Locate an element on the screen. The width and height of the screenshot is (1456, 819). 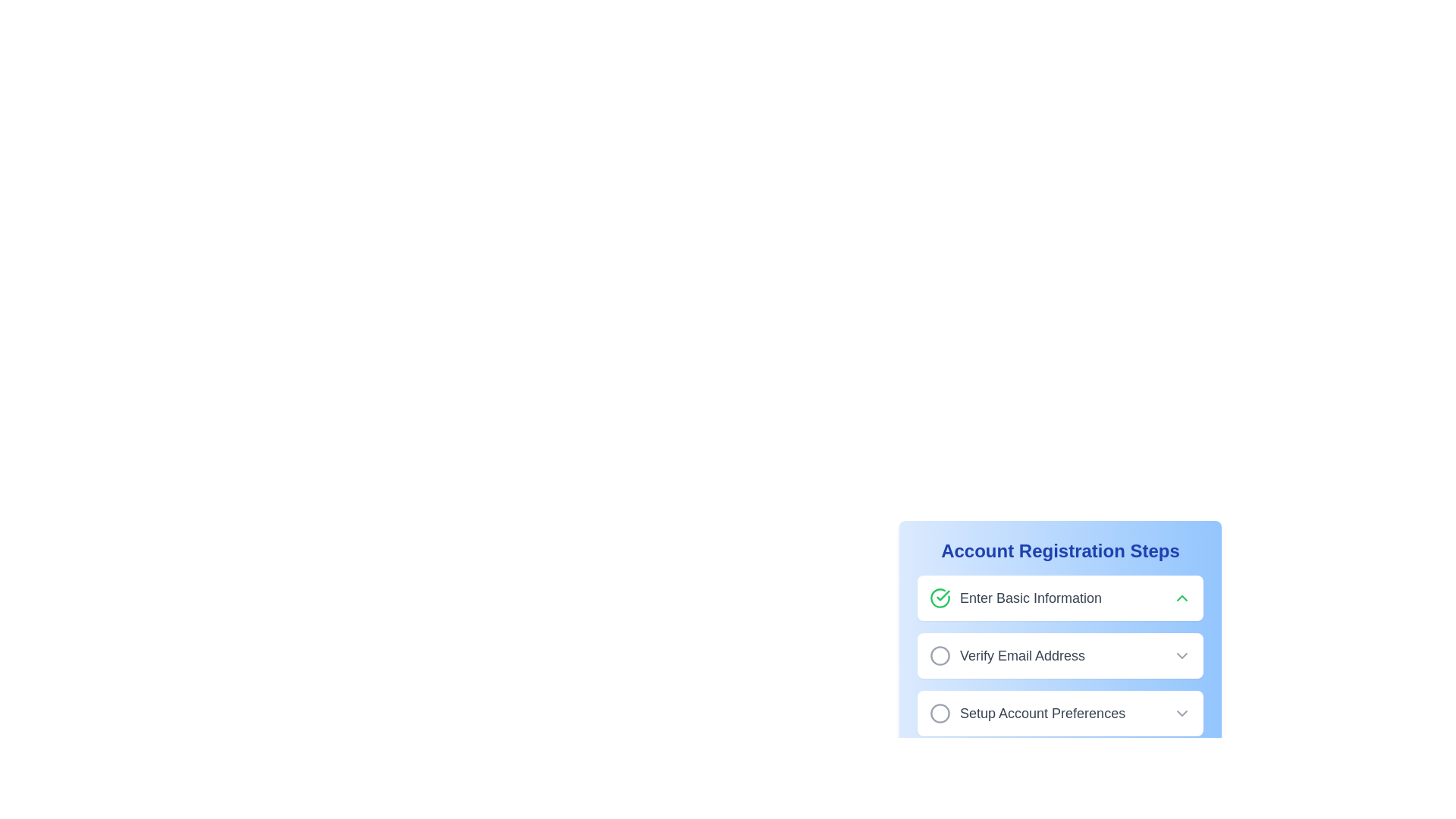
the downward-pointing chevron icon located on the right side of the 'Verify Email Address' section within the Account Registration Steps interface is located at coordinates (1181, 654).